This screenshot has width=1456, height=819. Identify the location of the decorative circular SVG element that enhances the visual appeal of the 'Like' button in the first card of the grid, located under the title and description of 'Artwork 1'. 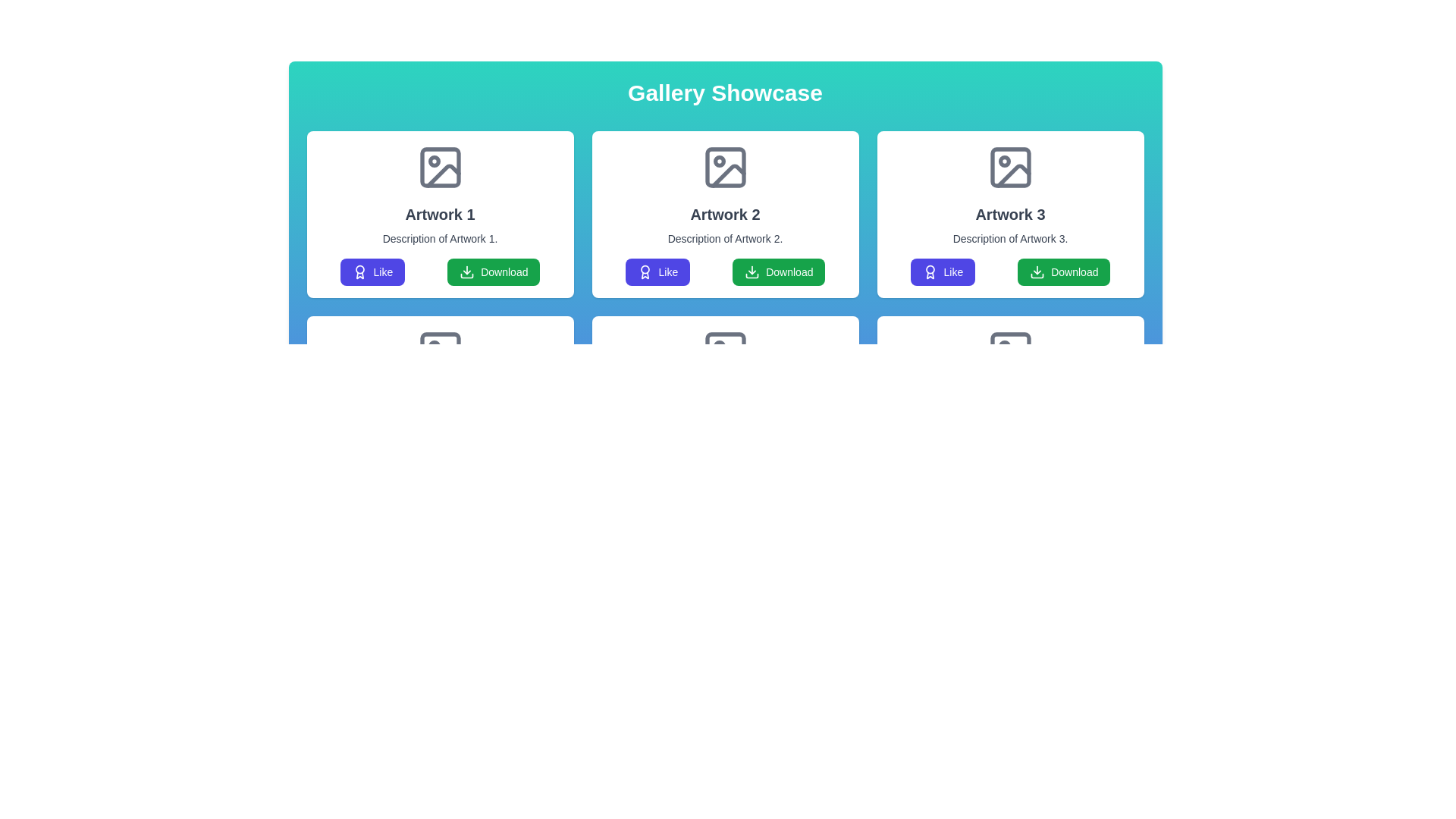
(359, 268).